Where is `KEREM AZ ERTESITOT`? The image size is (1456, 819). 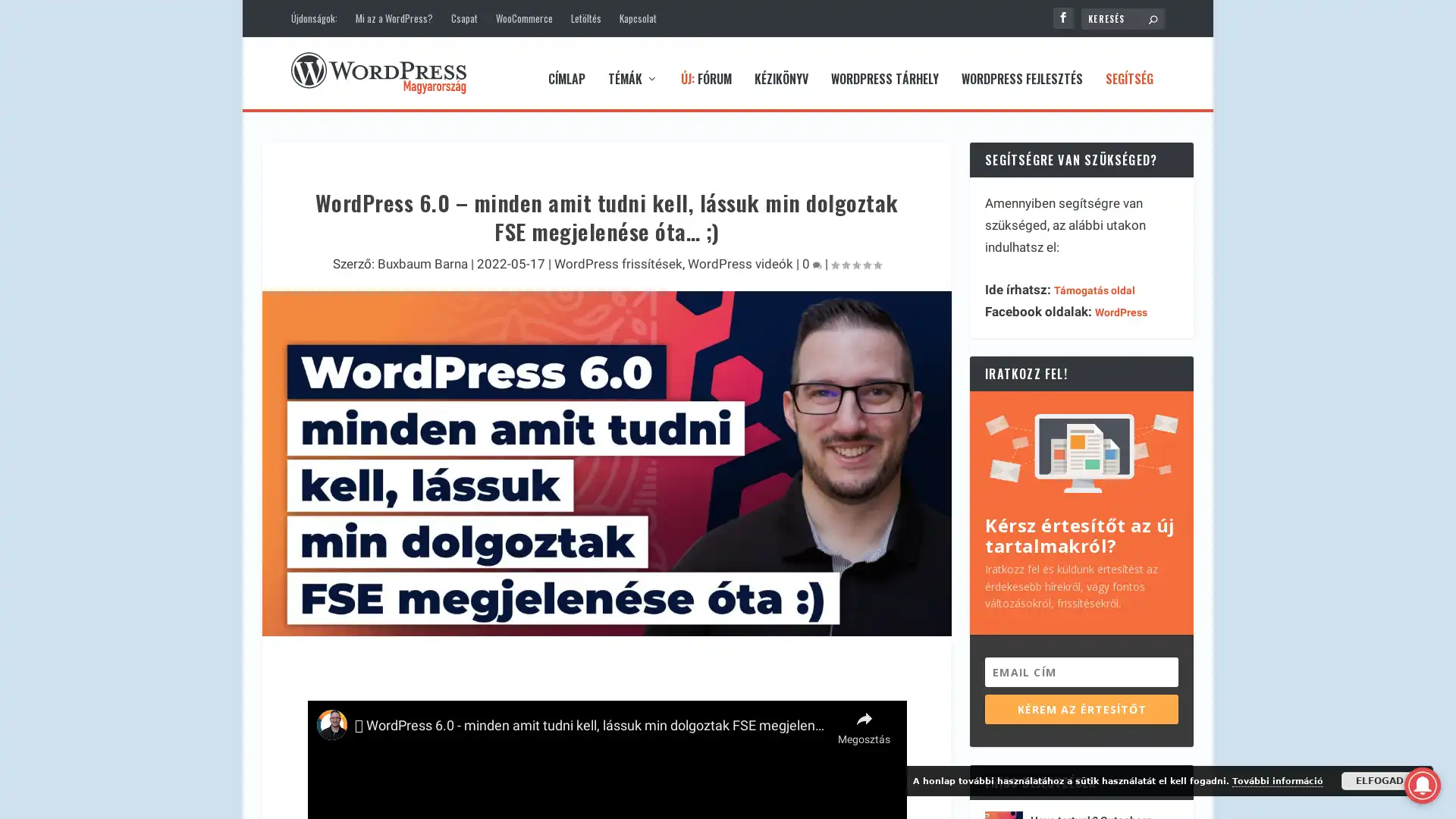
KEREM AZ ERTESITOT is located at coordinates (1081, 697).